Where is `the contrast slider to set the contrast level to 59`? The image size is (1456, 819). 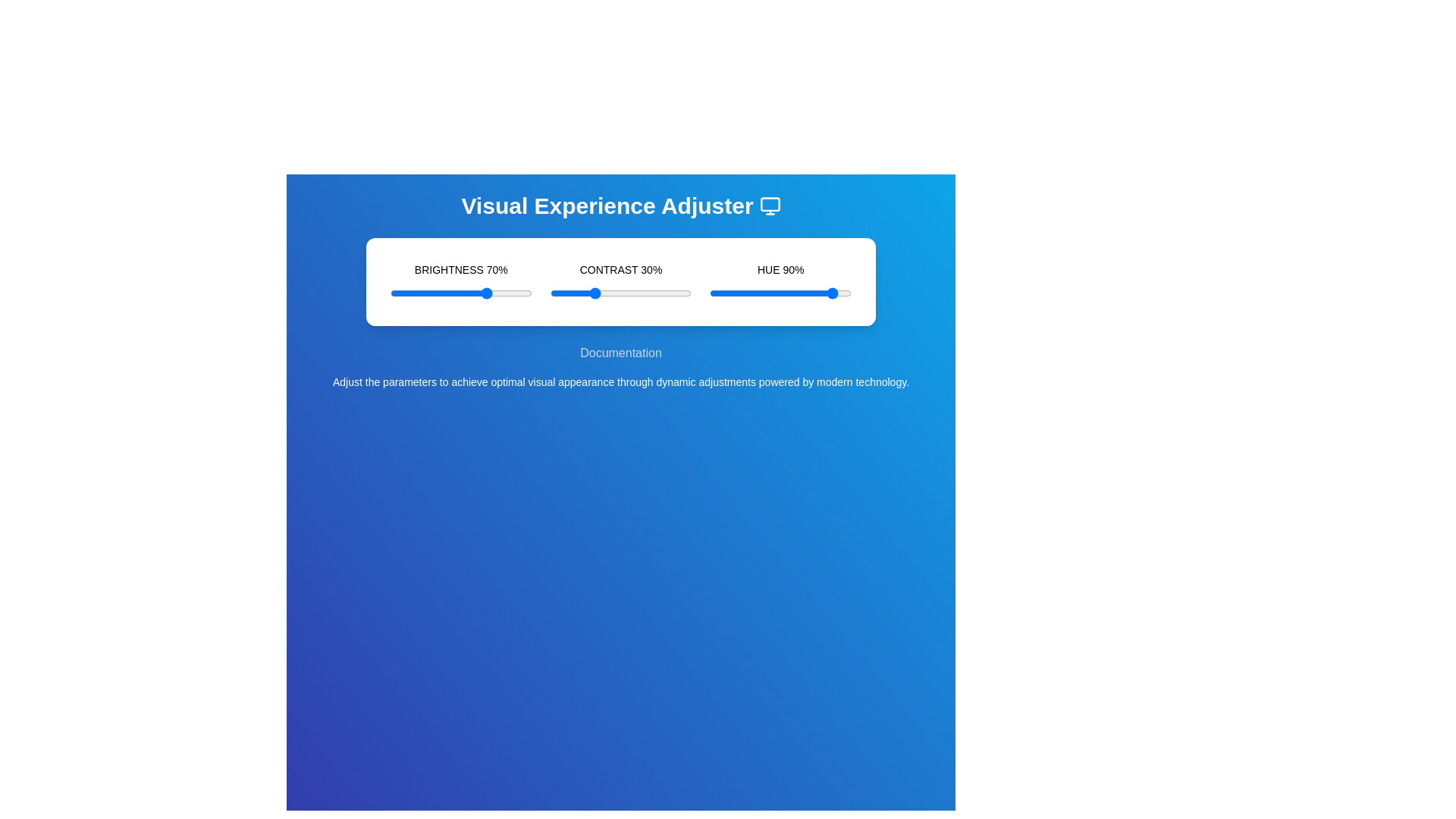
the contrast slider to set the contrast level to 59 is located at coordinates (633, 293).